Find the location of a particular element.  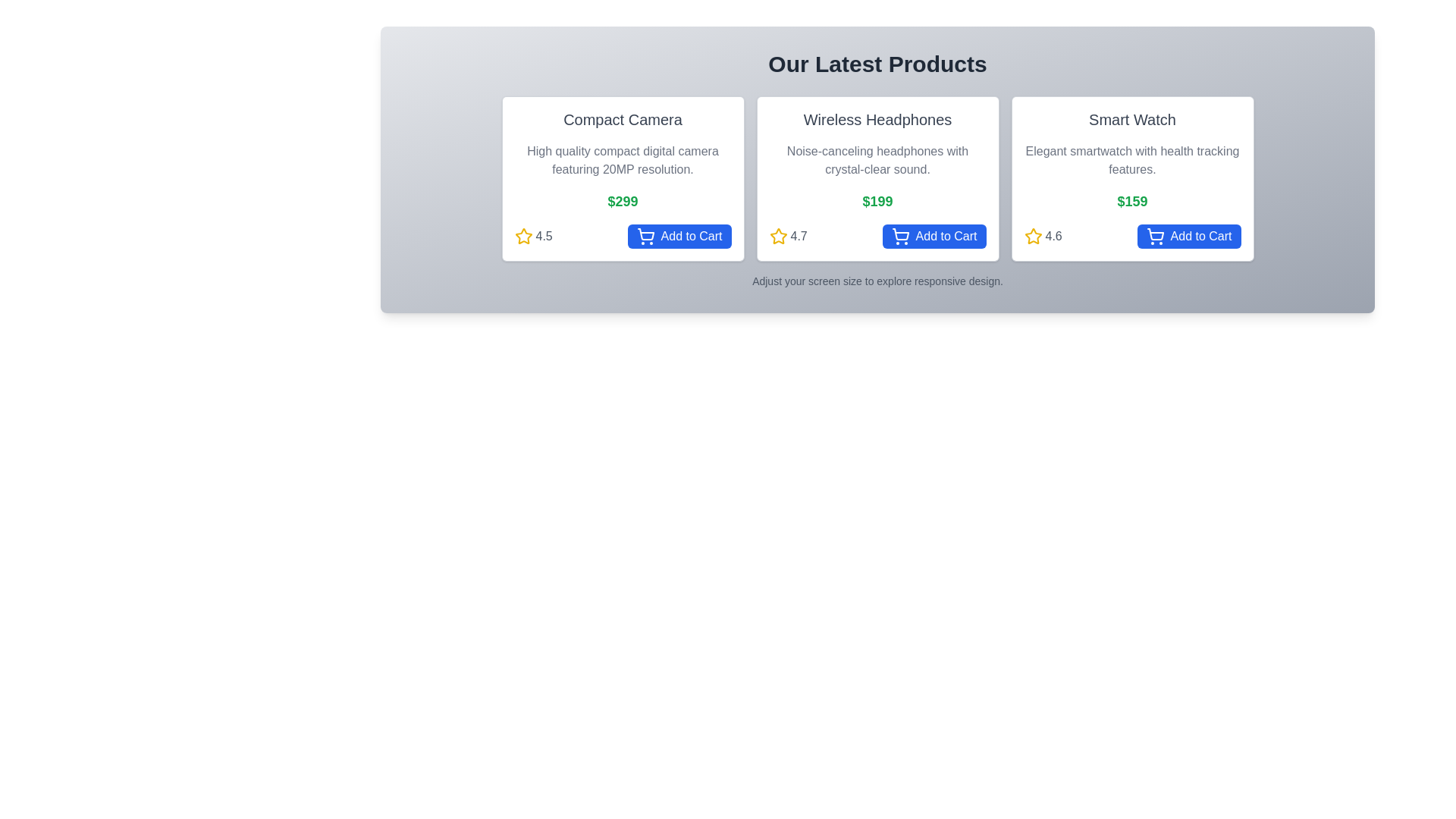

text label that serves as the title of the product item, located at the top of the product card on the left side of the horizontally aligned list is located at coordinates (623, 119).